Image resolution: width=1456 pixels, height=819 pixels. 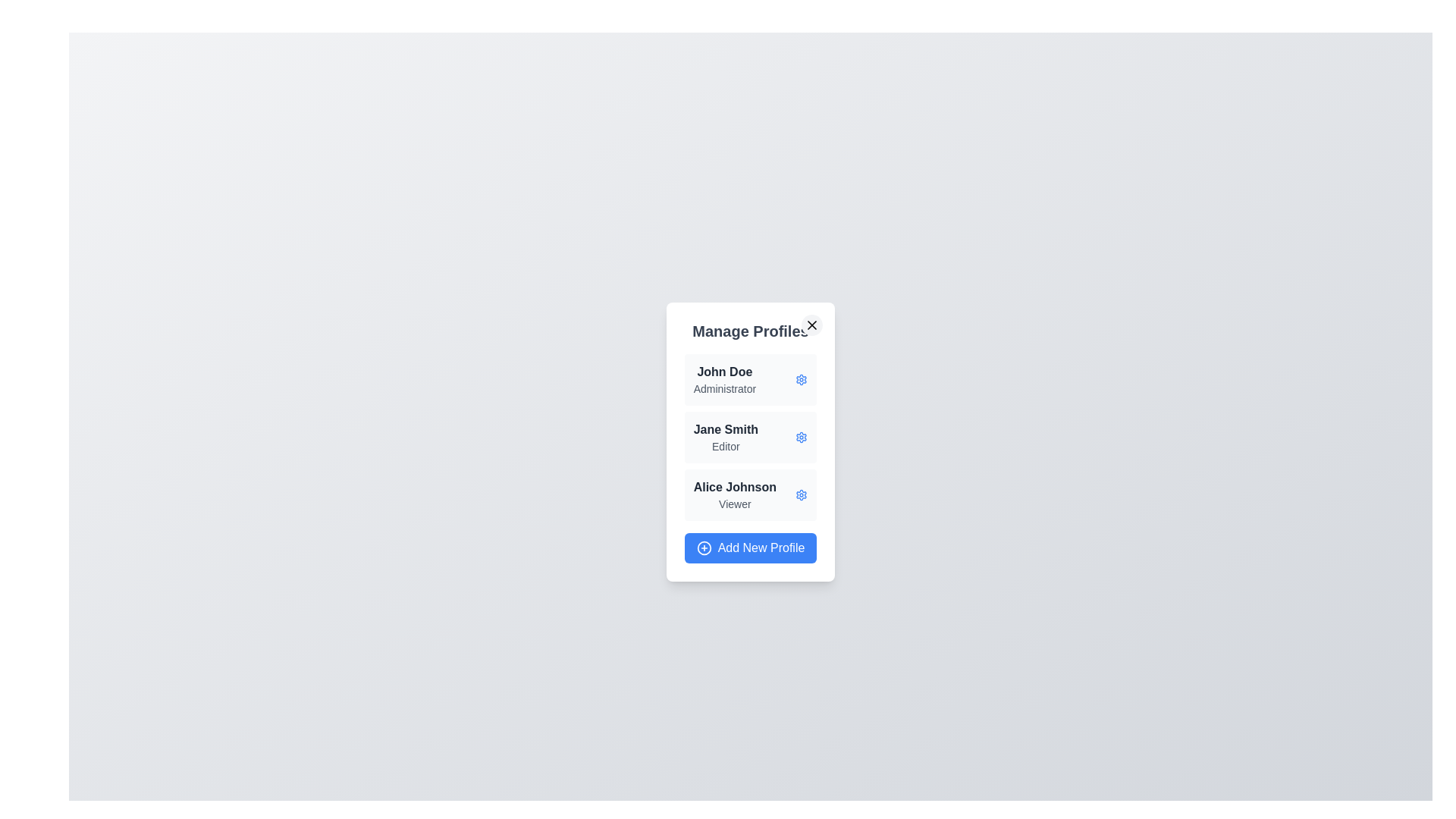 I want to click on gear icon next to the profile named John Doe, so click(x=801, y=379).